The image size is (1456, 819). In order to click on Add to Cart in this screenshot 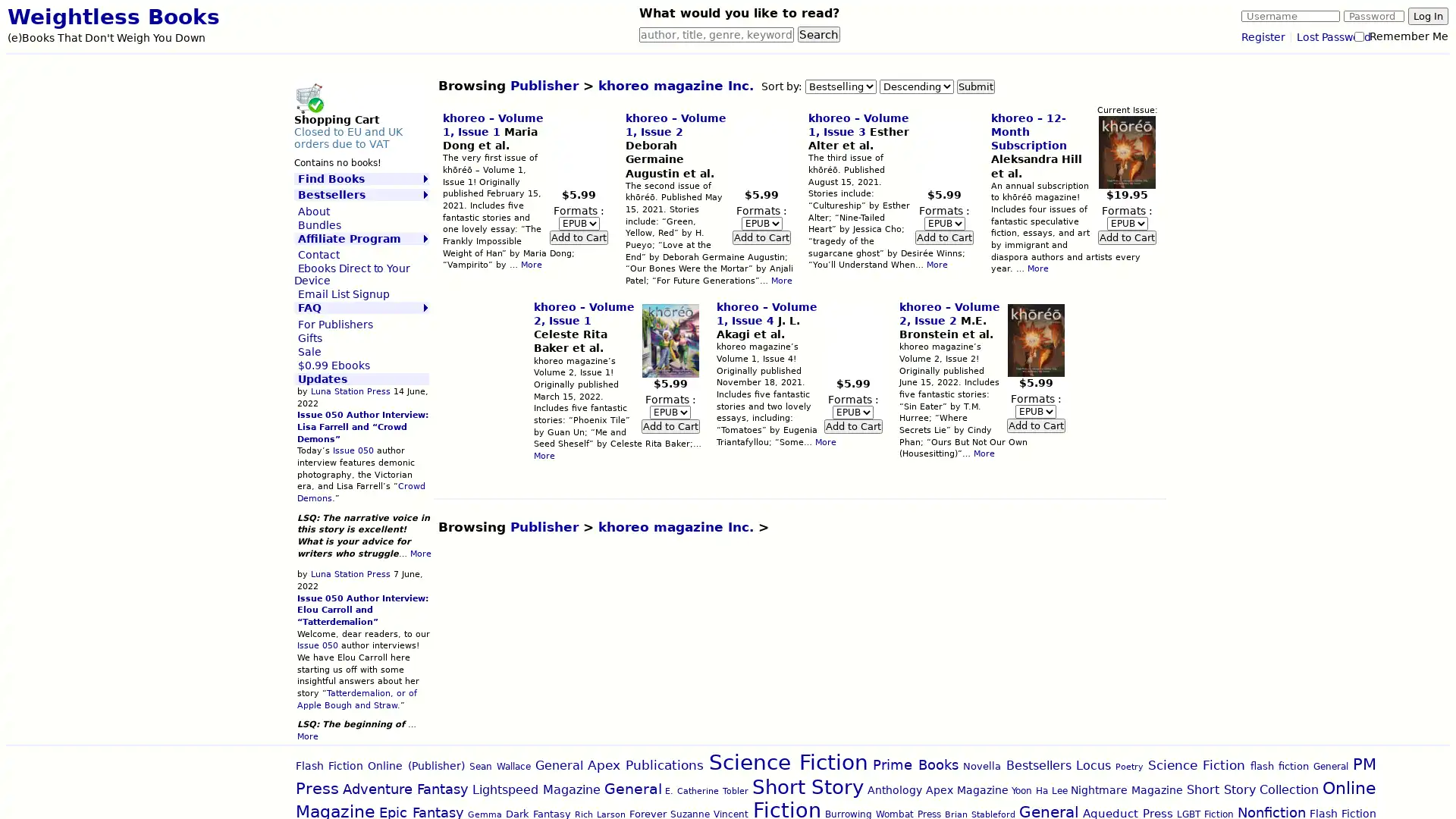, I will do `click(852, 425)`.